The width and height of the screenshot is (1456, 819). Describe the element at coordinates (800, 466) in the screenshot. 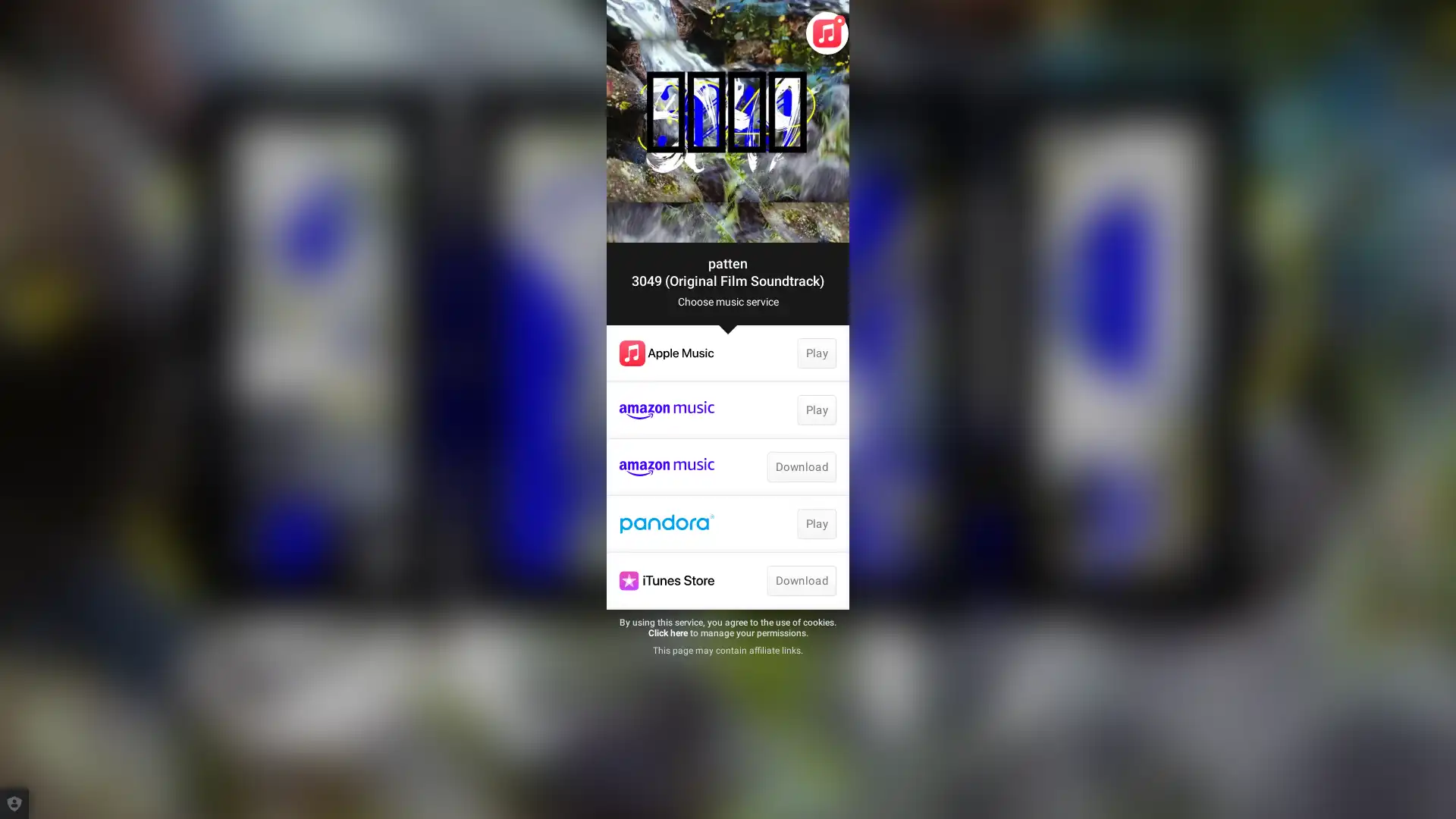

I see `Download` at that location.